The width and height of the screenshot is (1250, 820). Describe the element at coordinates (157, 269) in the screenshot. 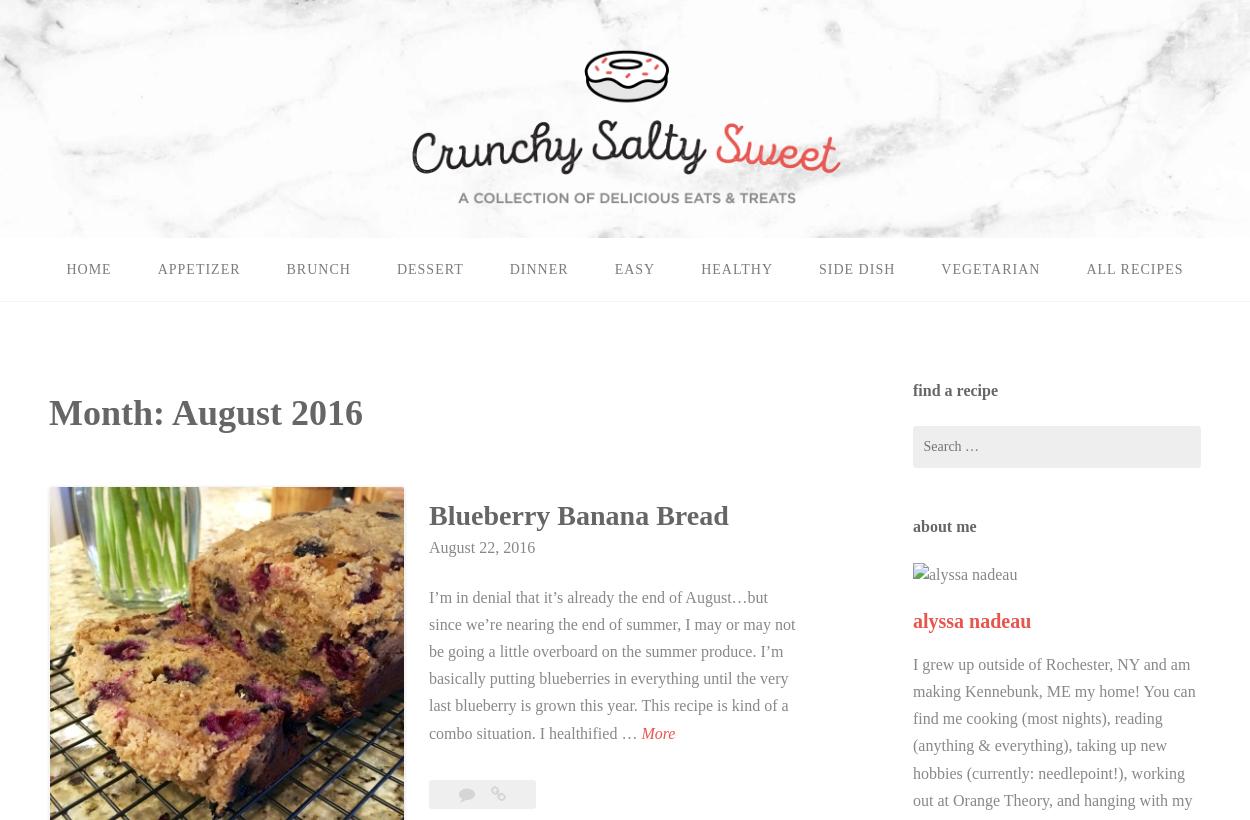

I see `'appetizer'` at that location.